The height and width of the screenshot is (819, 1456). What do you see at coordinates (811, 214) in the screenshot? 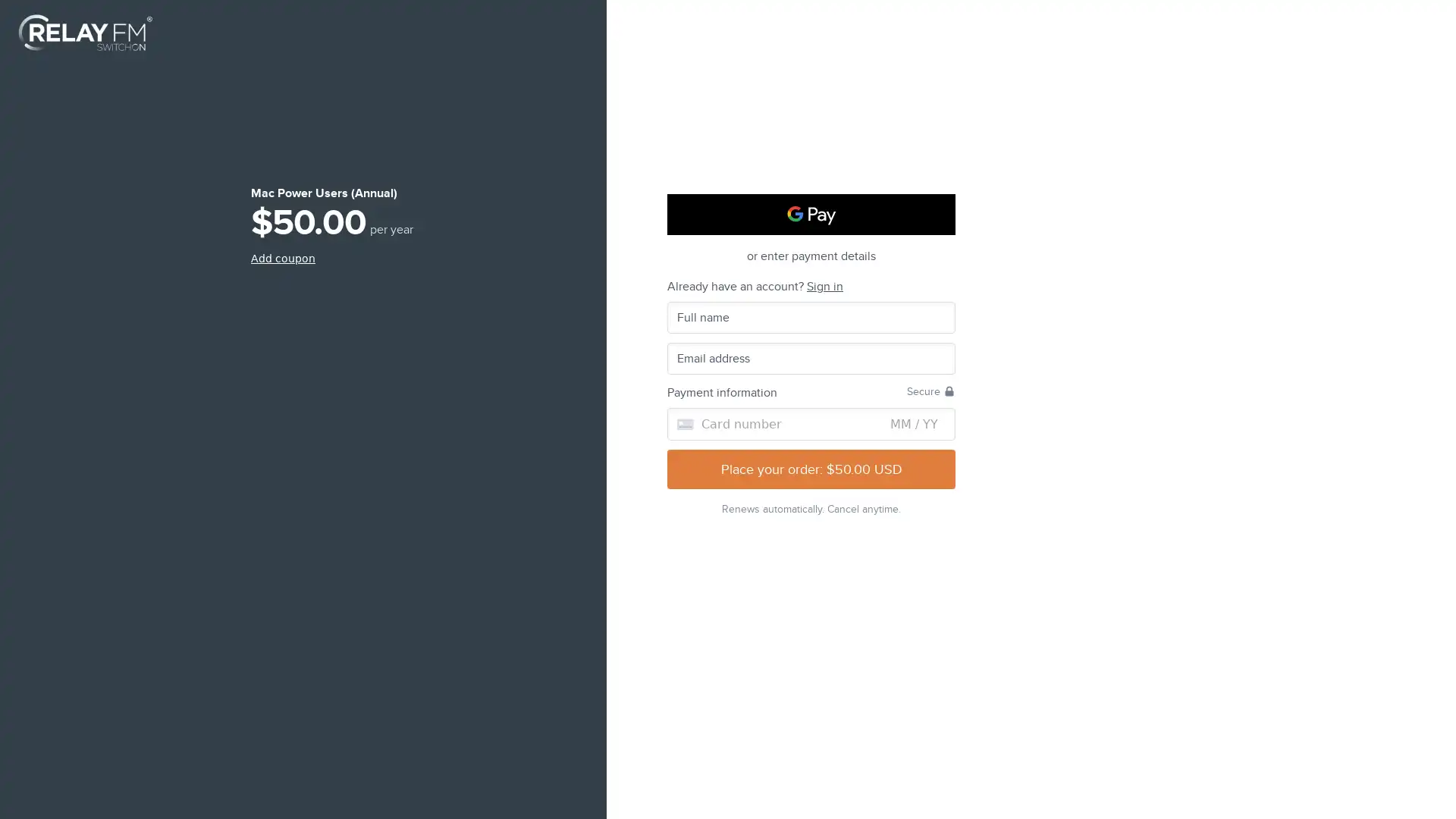
I see `Google Pay` at bounding box center [811, 214].